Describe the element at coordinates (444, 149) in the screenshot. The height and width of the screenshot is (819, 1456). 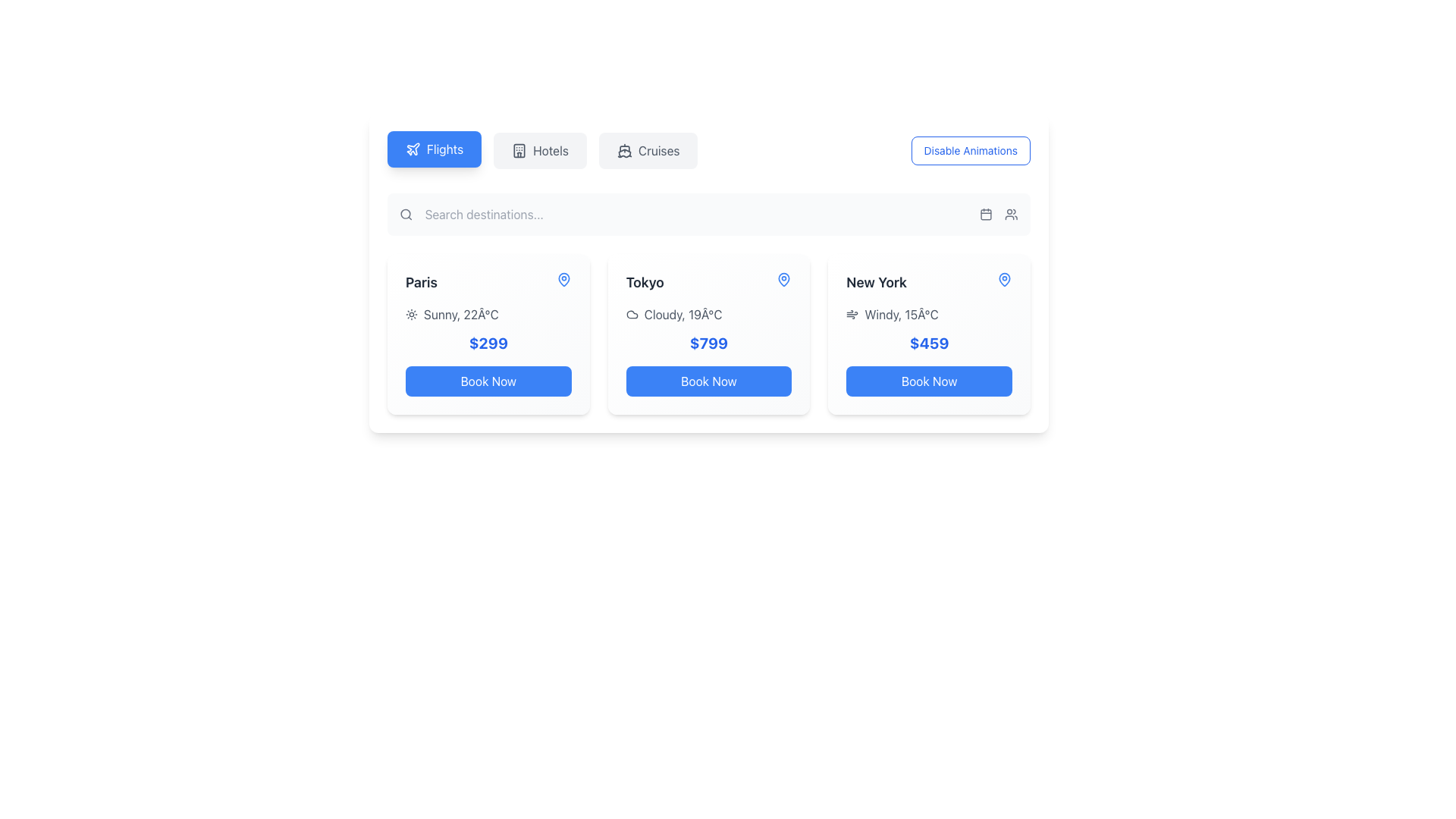
I see `the button containing the text label 'flights'` at that location.